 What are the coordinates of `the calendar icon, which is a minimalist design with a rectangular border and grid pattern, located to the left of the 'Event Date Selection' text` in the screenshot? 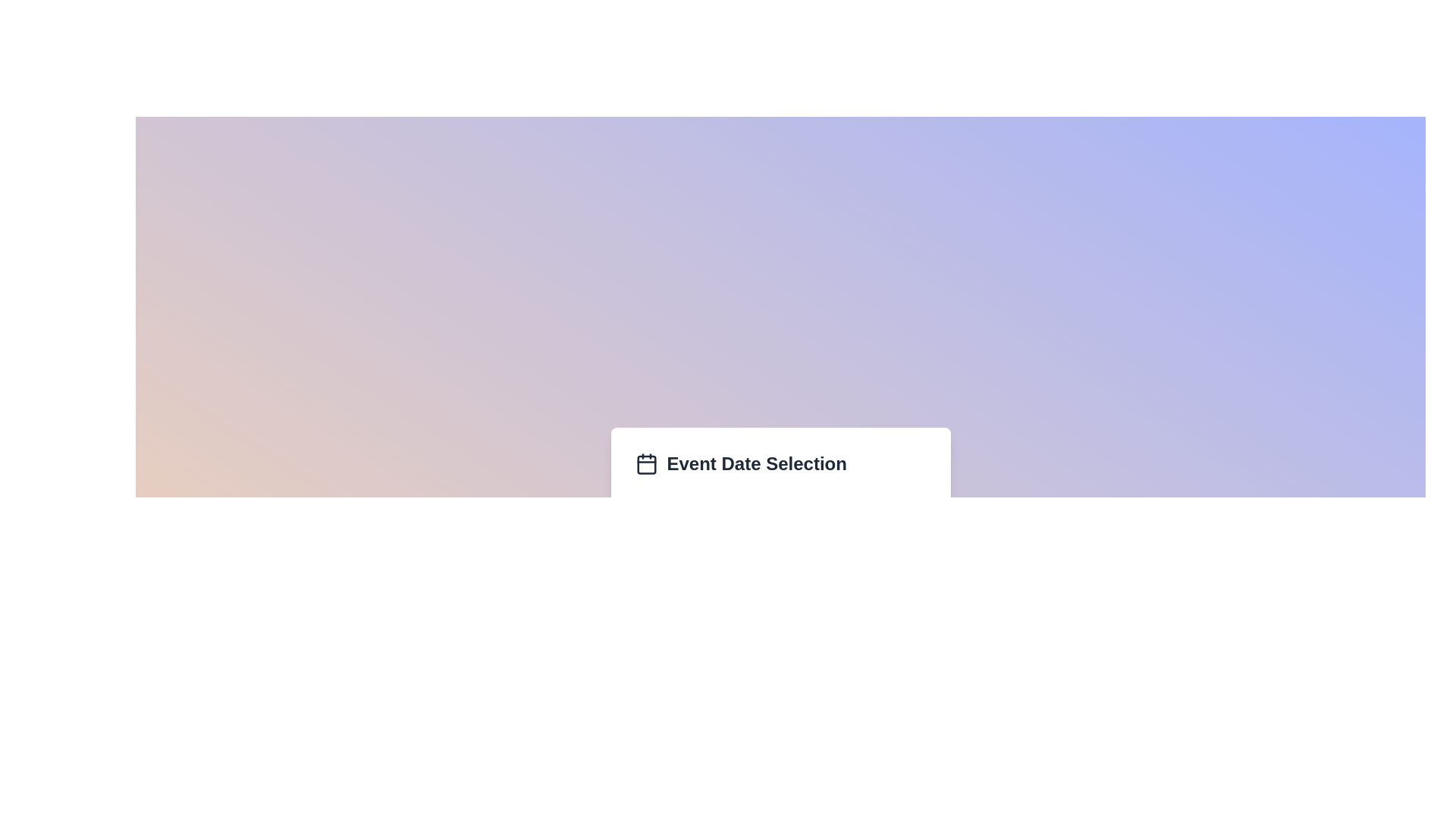 It's located at (646, 463).